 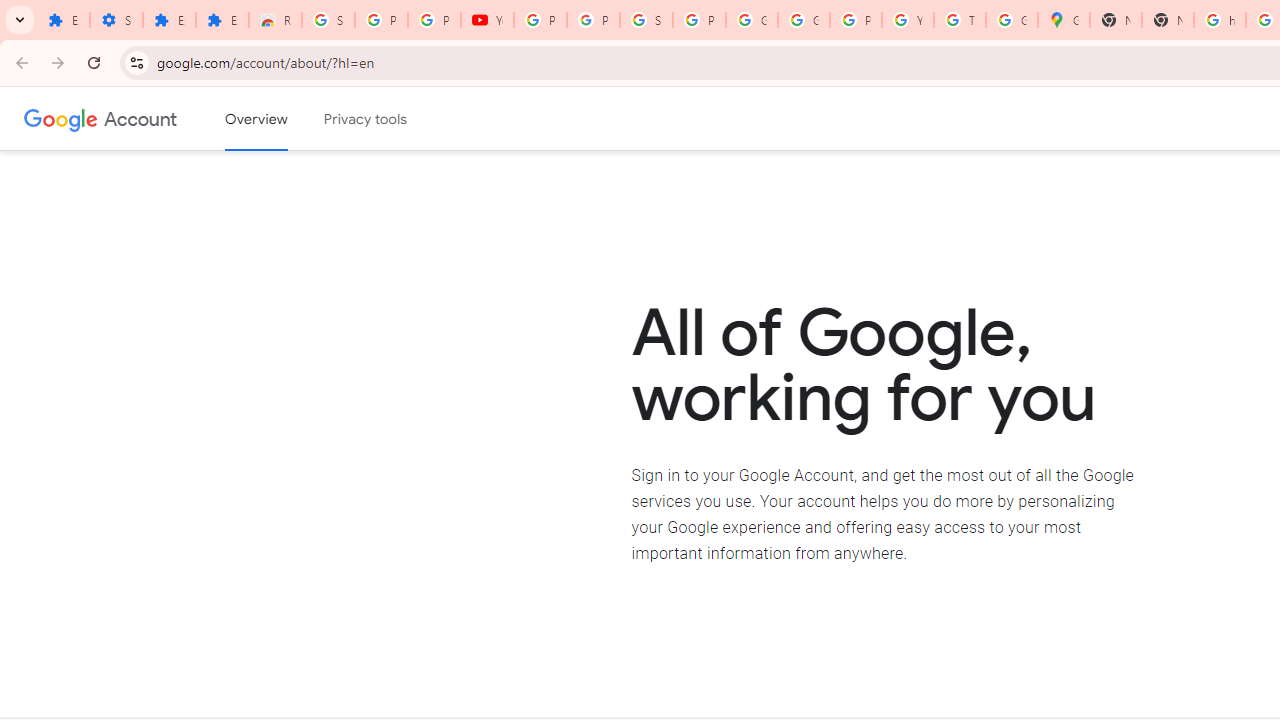 I want to click on 'Reviews: Helix Fruit Jump Arcade Game', so click(x=274, y=20).